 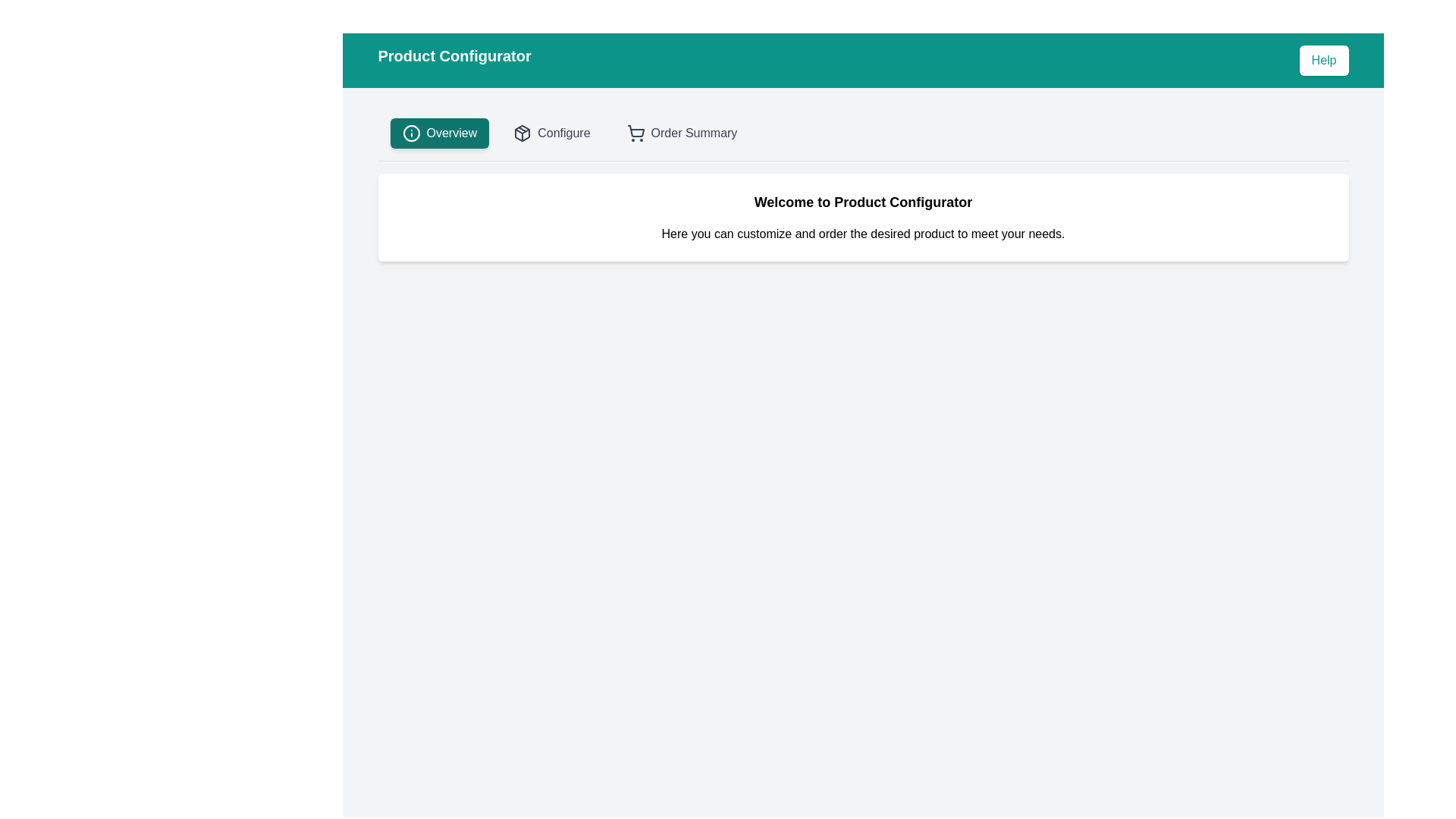 I want to click on the static text that reads 'Here you can customize and order the desired product to meet your needs', which is styled in a normal font and located beneath the heading 'Welcome to Product Configurator', so click(x=863, y=234).